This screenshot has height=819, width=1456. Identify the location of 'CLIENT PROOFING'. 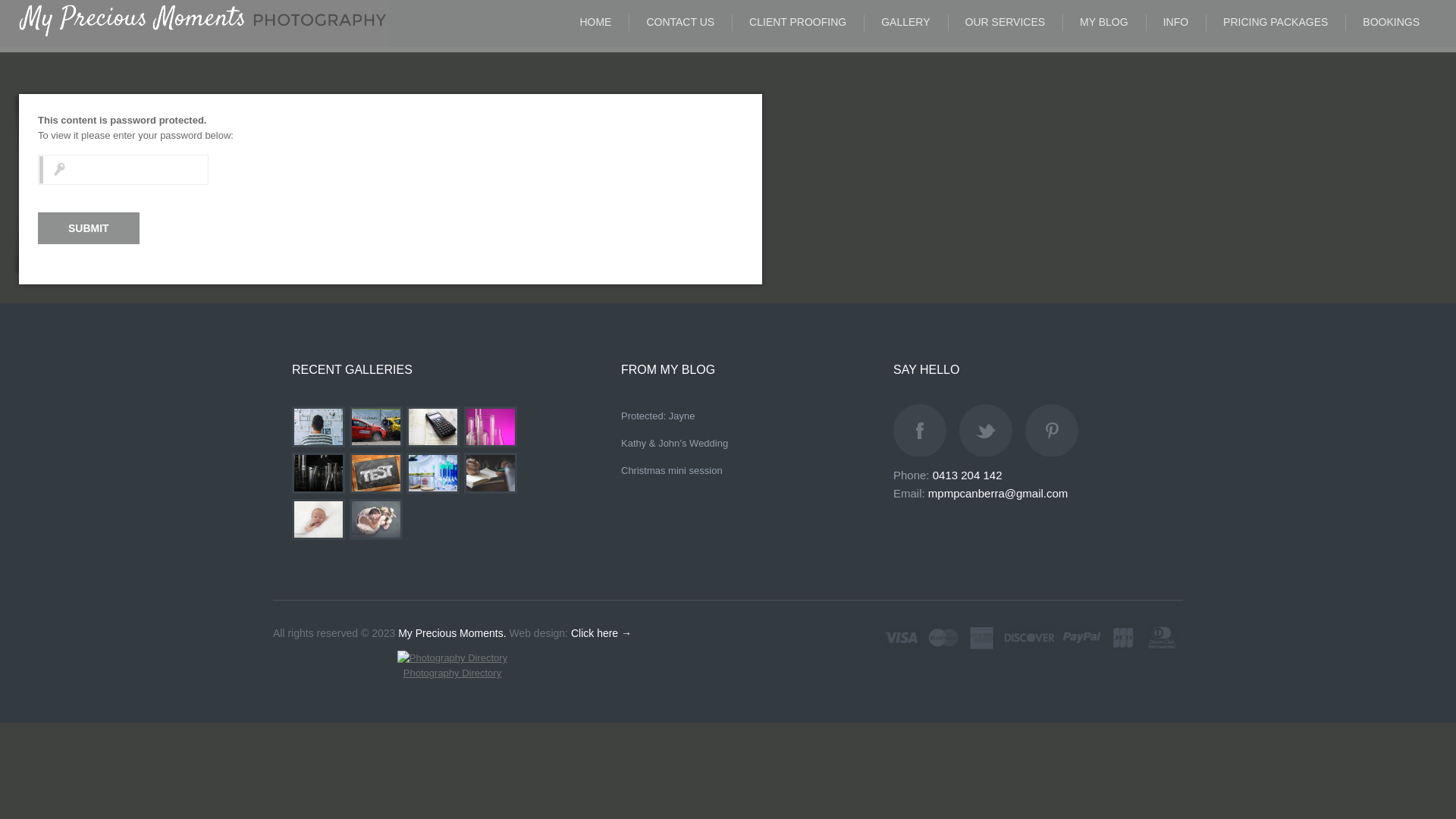
(796, 22).